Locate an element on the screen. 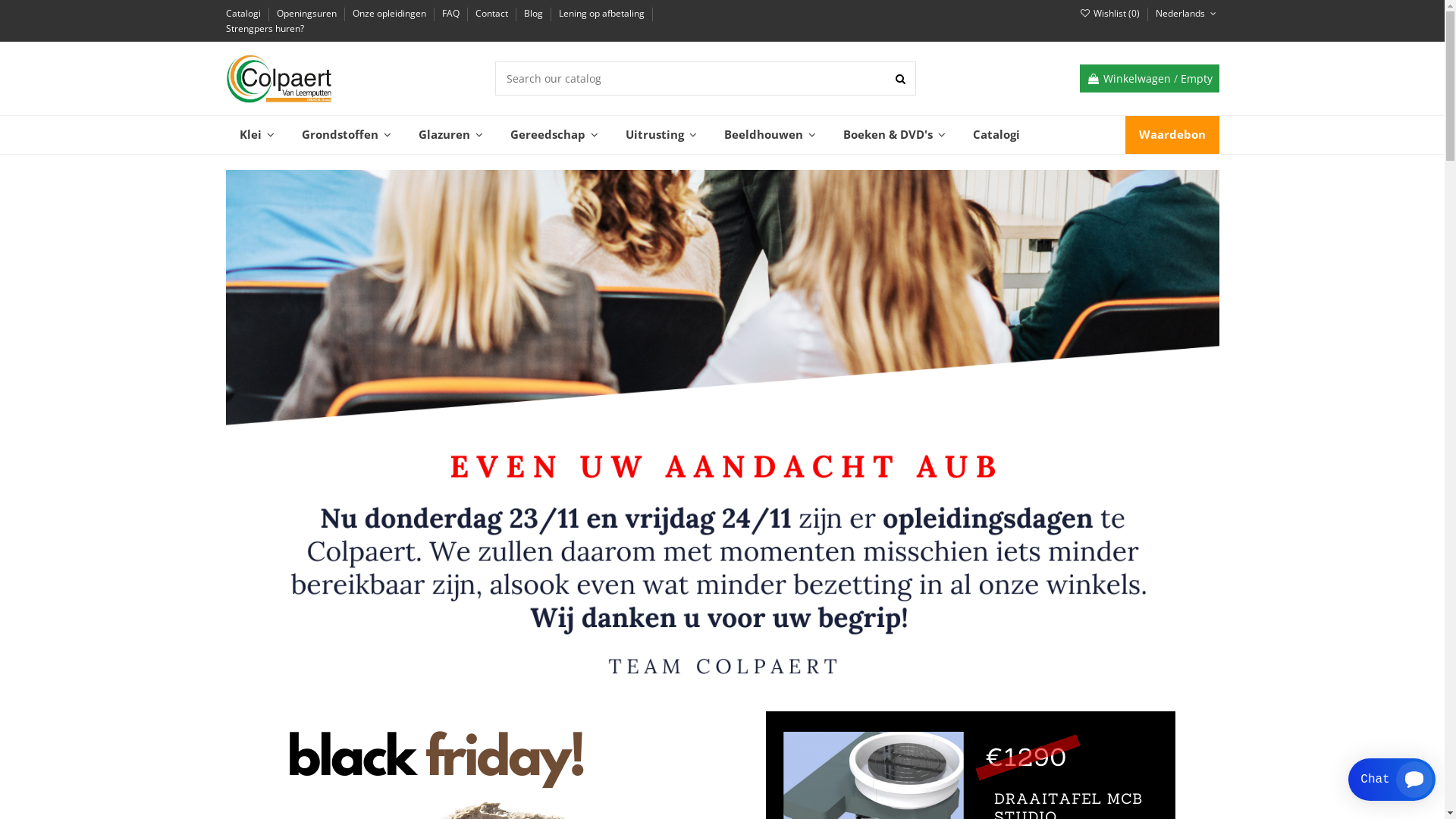 The height and width of the screenshot is (819, 1456). 'Lening op afbetaling' is located at coordinates (601, 13).